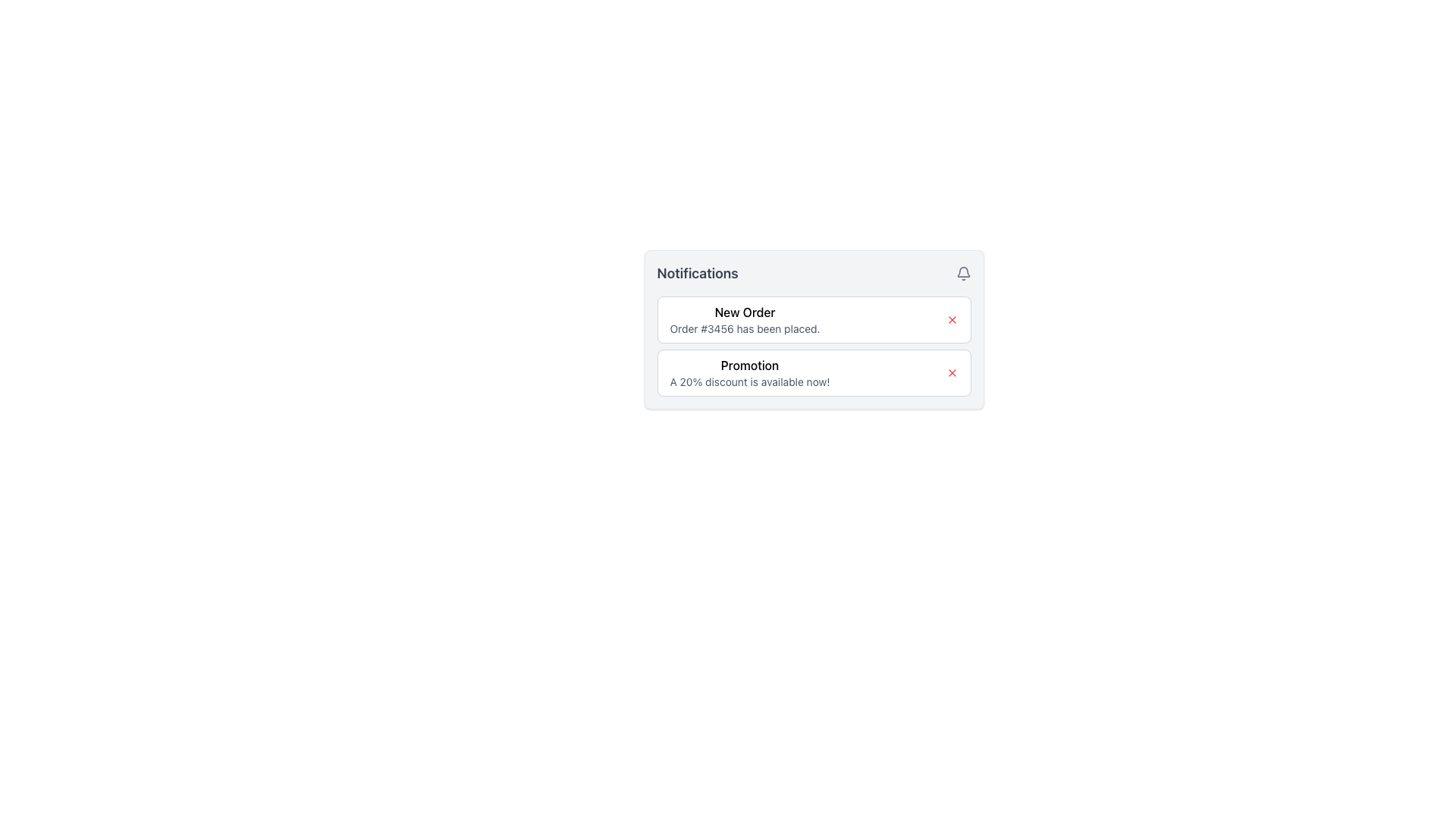 This screenshot has width=1456, height=819. I want to click on the outlined bell icon located in the top-right corner of the 'Notifications' section header, so click(962, 274).